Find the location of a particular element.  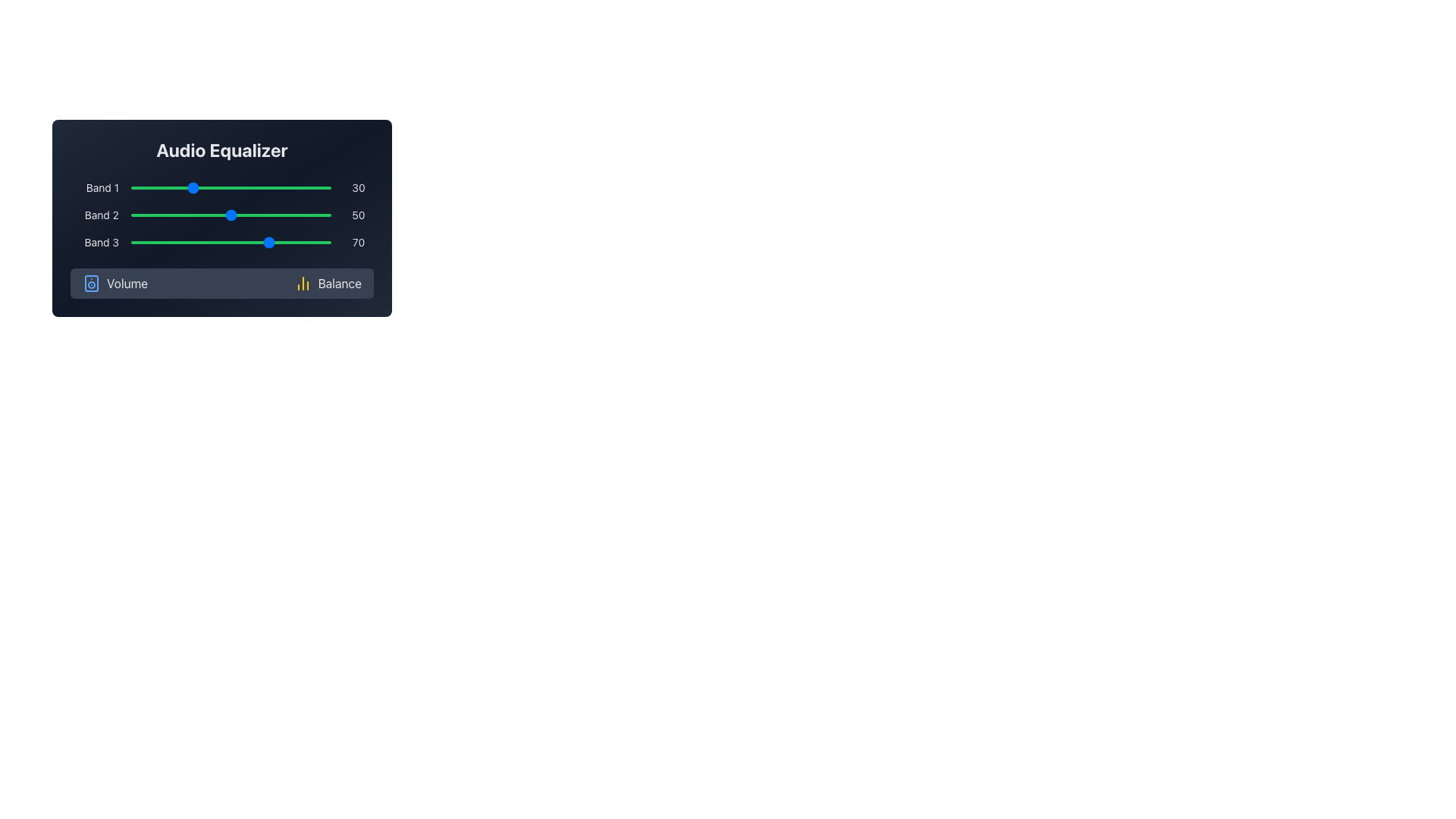

text label displaying 'Balance' which is located on the right side of the 'Volume' label and adjacent to a small graphical icon in the audio equalizer panel is located at coordinates (339, 284).